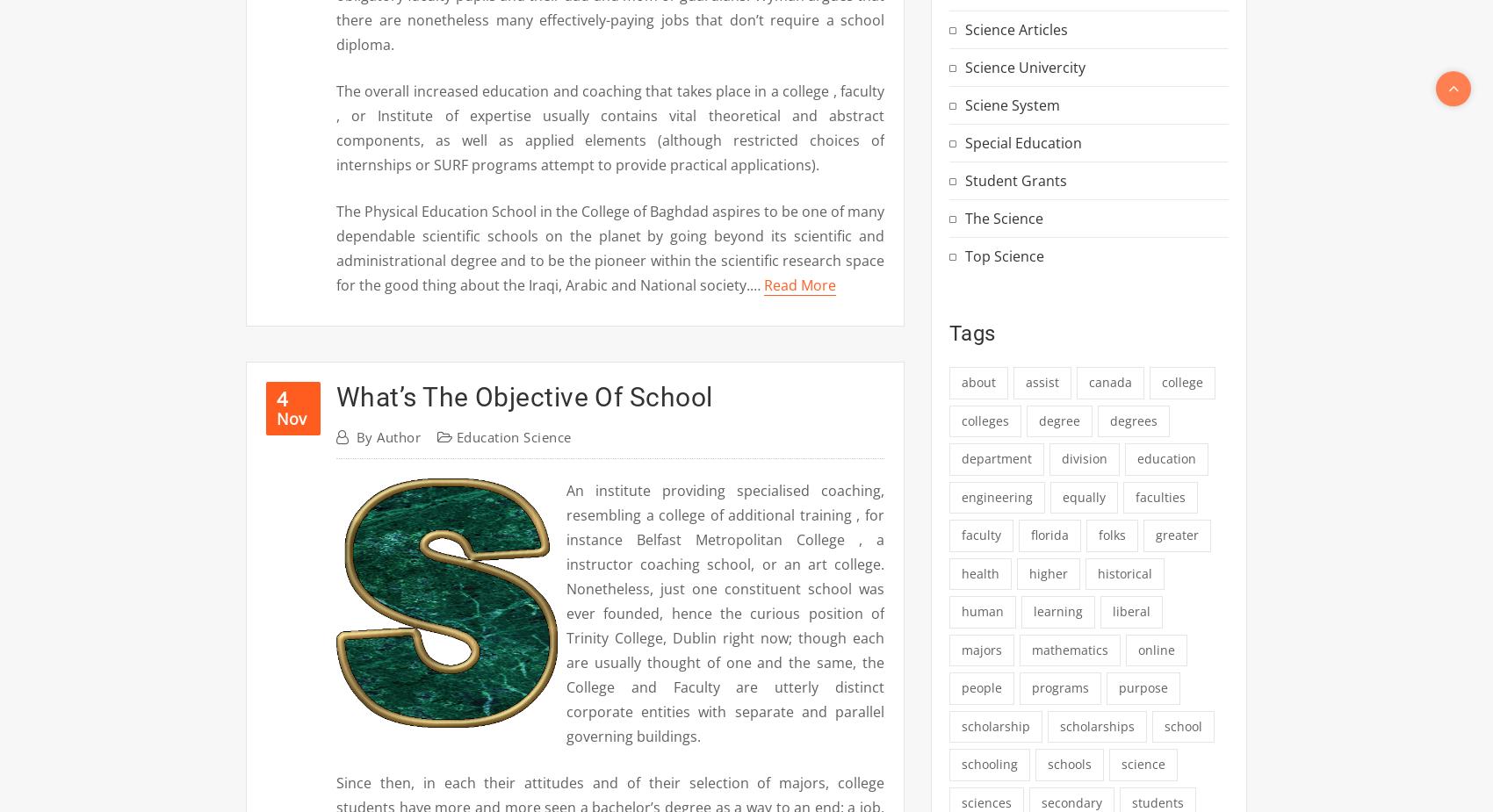  What do you see at coordinates (1133, 420) in the screenshot?
I see `'degrees'` at bounding box center [1133, 420].